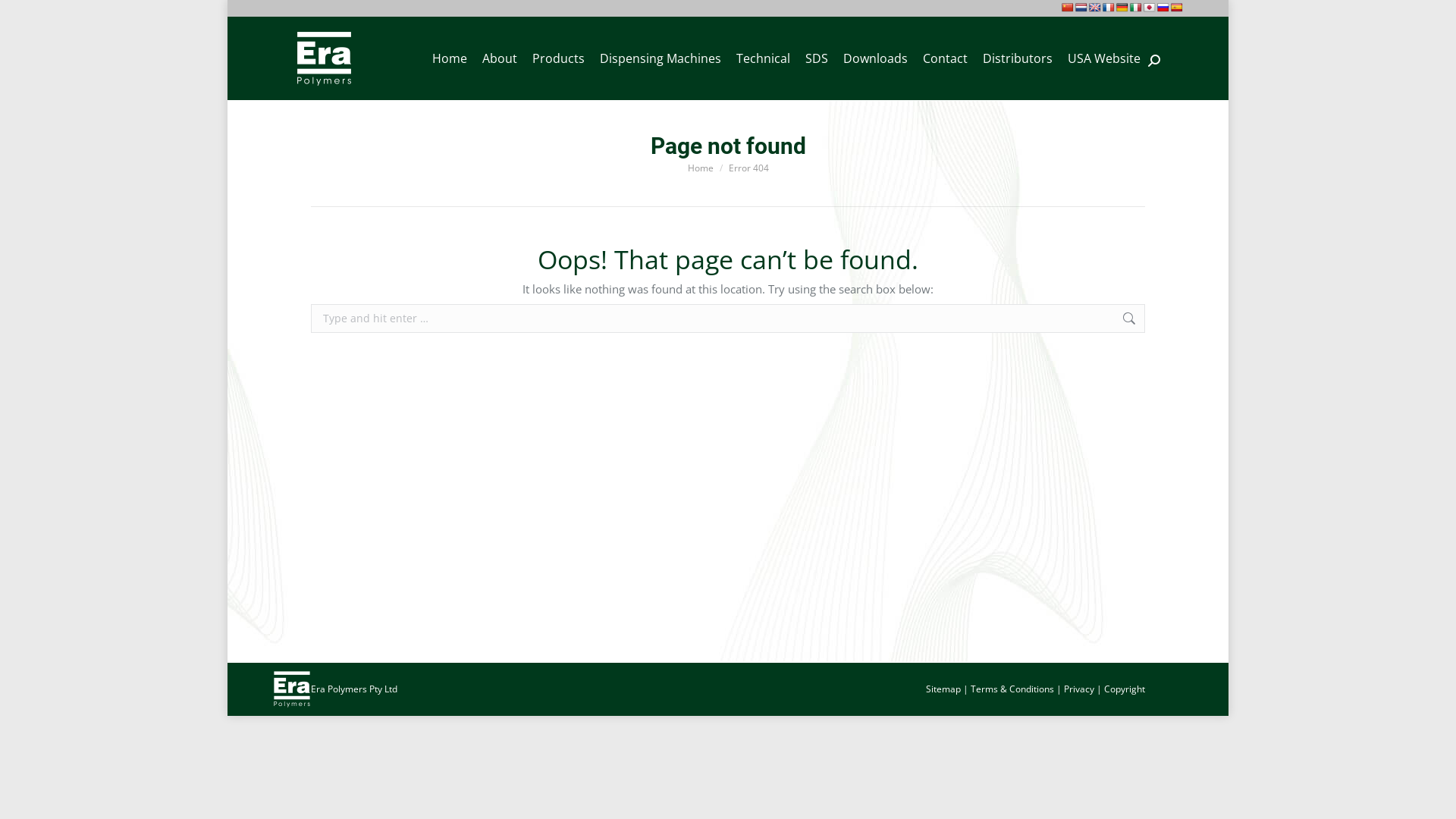  I want to click on 'Privacy', so click(1078, 689).